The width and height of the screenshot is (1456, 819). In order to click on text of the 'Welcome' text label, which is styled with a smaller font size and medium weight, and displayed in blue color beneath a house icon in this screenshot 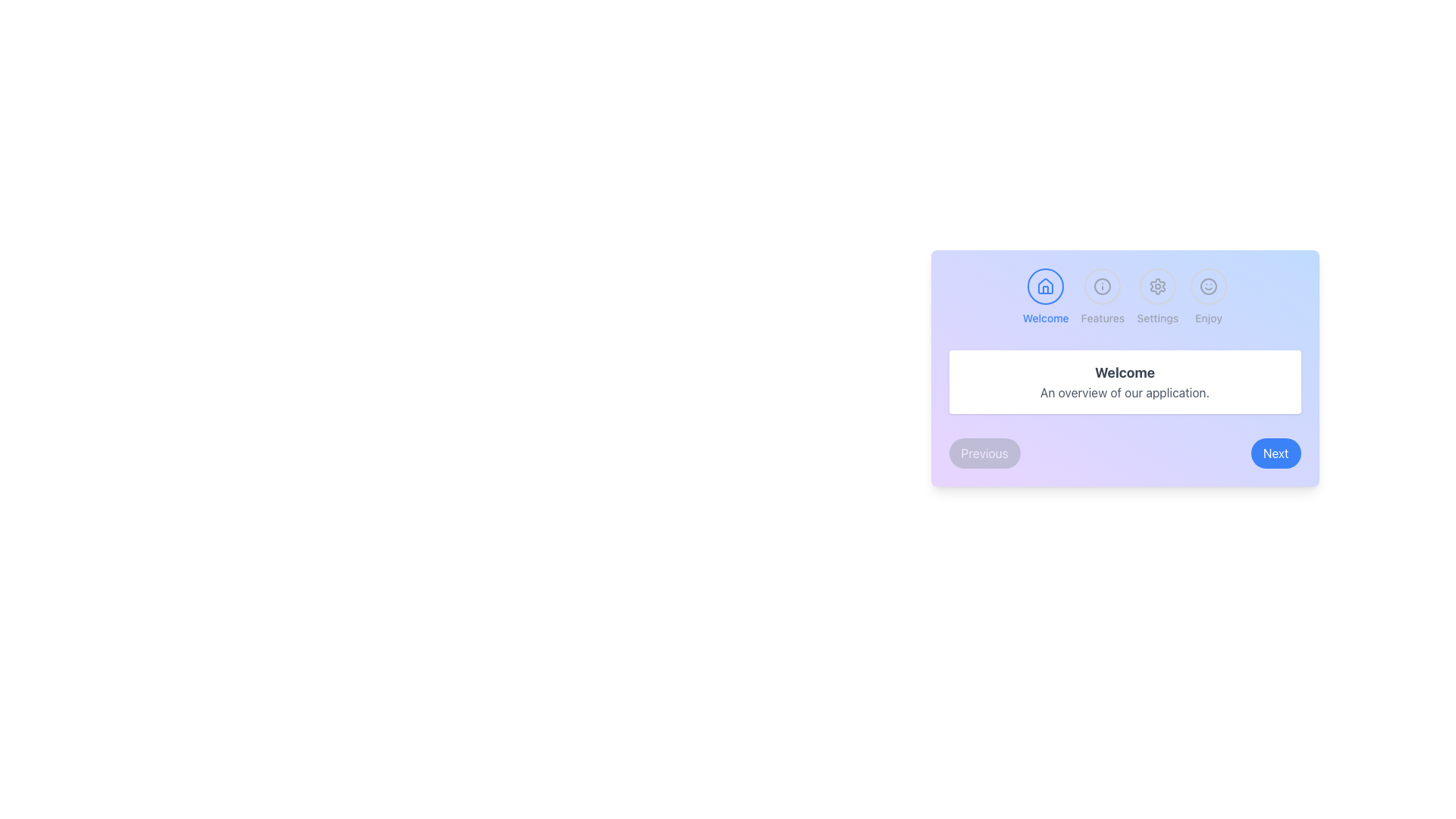, I will do `click(1045, 318)`.